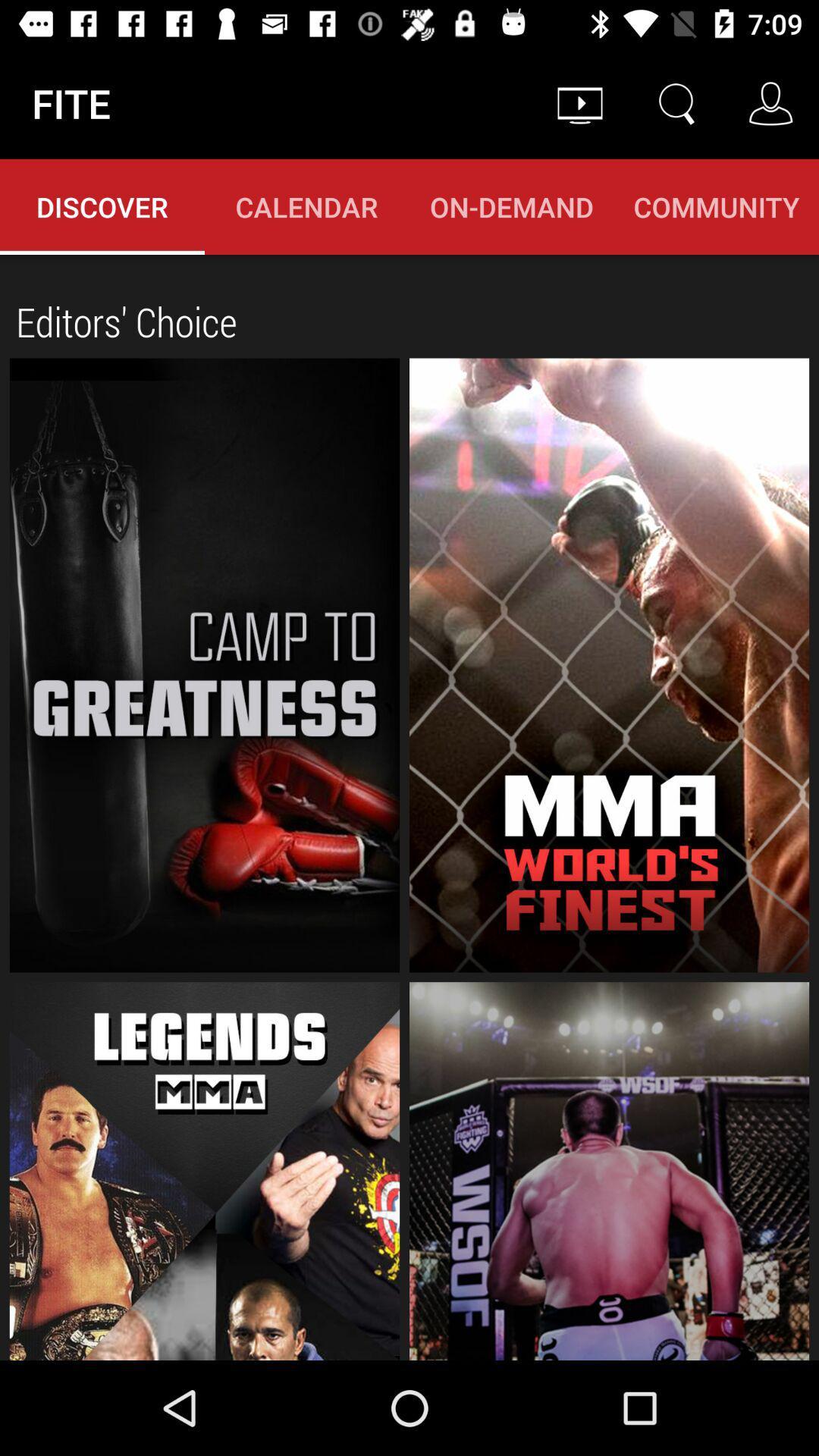 This screenshot has height=1456, width=819. Describe the element at coordinates (608, 665) in the screenshot. I see `the mma world 's finest option` at that location.